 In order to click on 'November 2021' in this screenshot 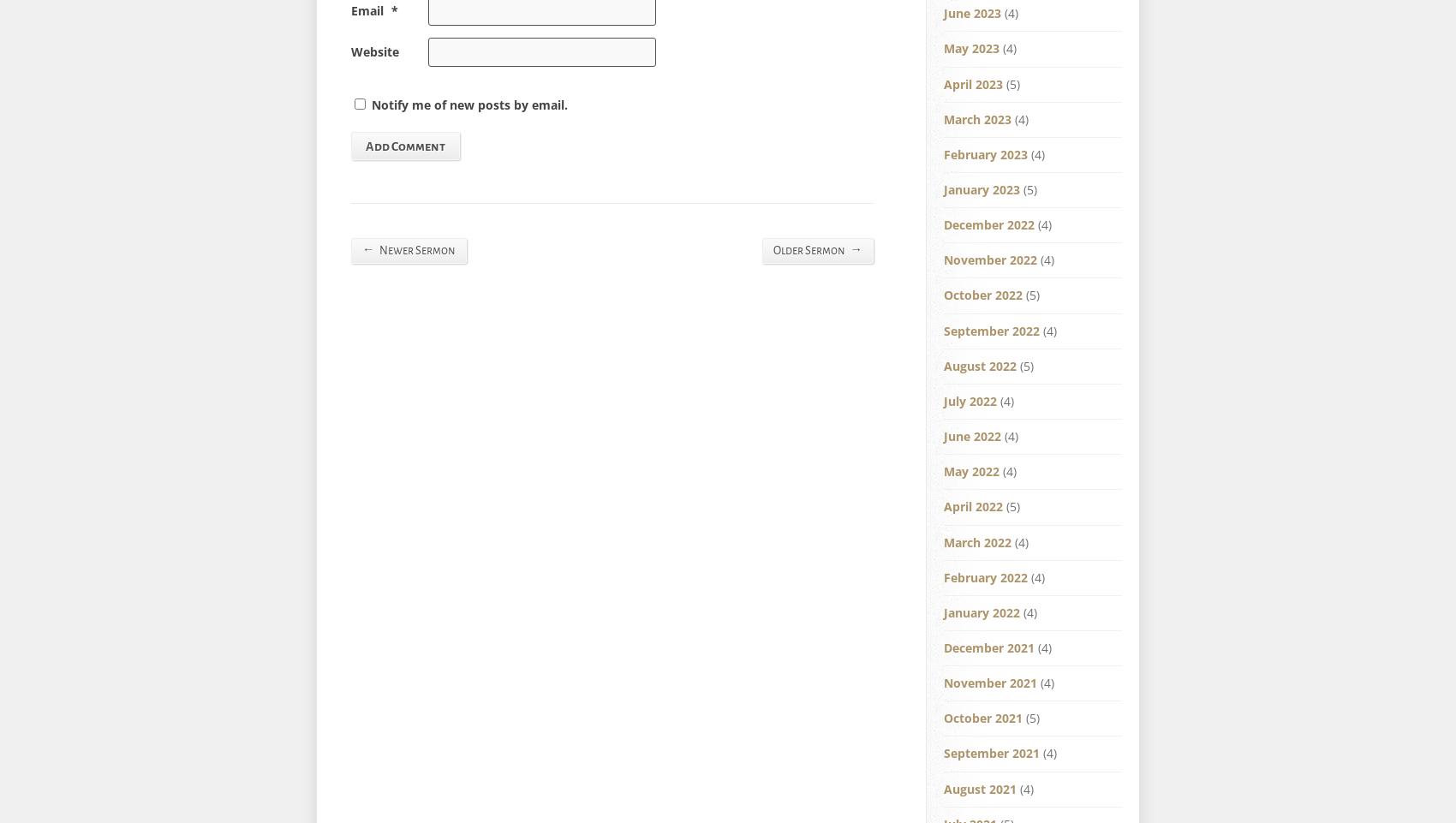, I will do `click(990, 682)`.